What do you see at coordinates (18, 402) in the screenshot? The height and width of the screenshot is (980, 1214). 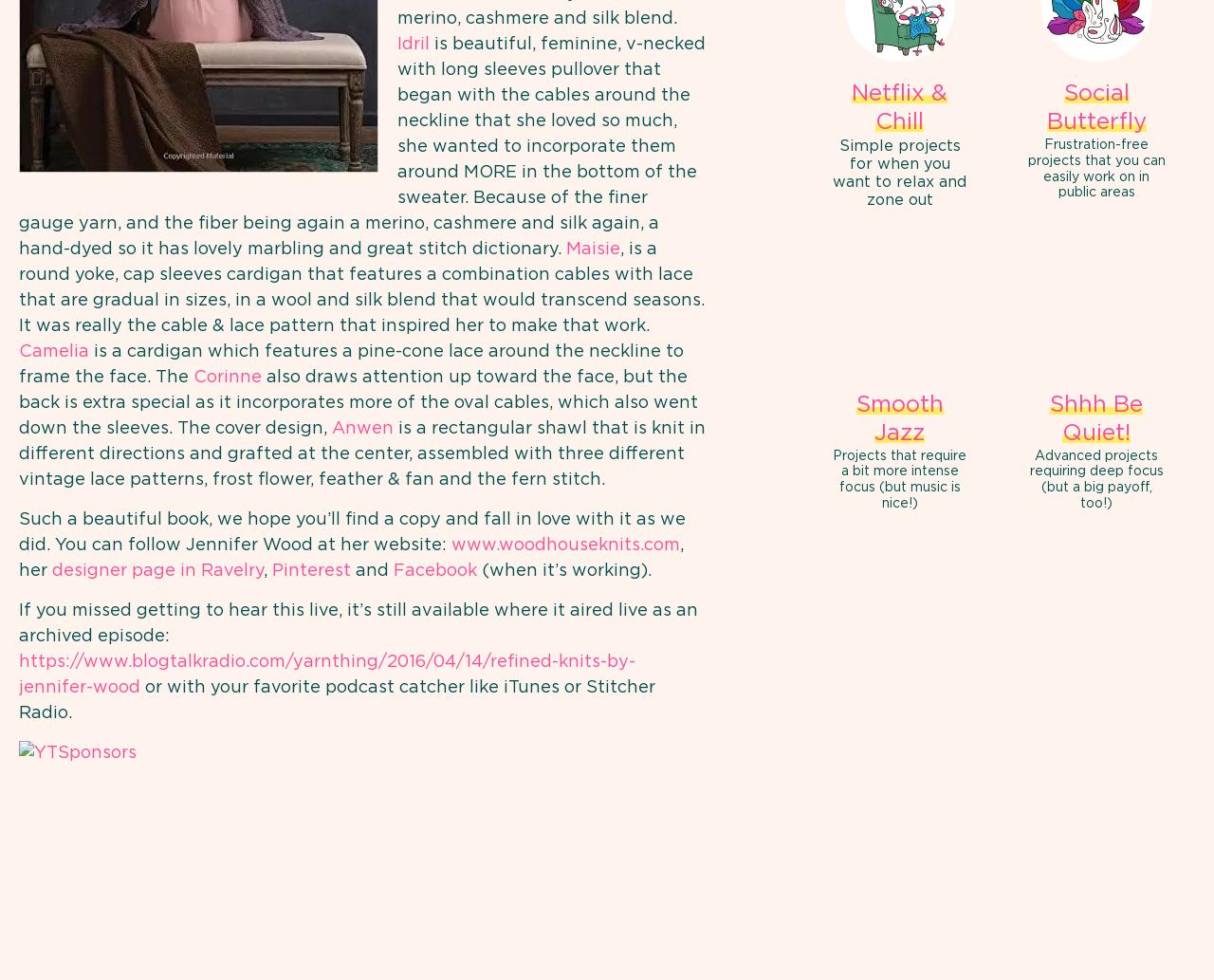 I see `'also draws attention up toward the face, but the back is extra special as it incorporates more of the oval cables, which also went down the sleeves. The cover design,'` at bounding box center [18, 402].